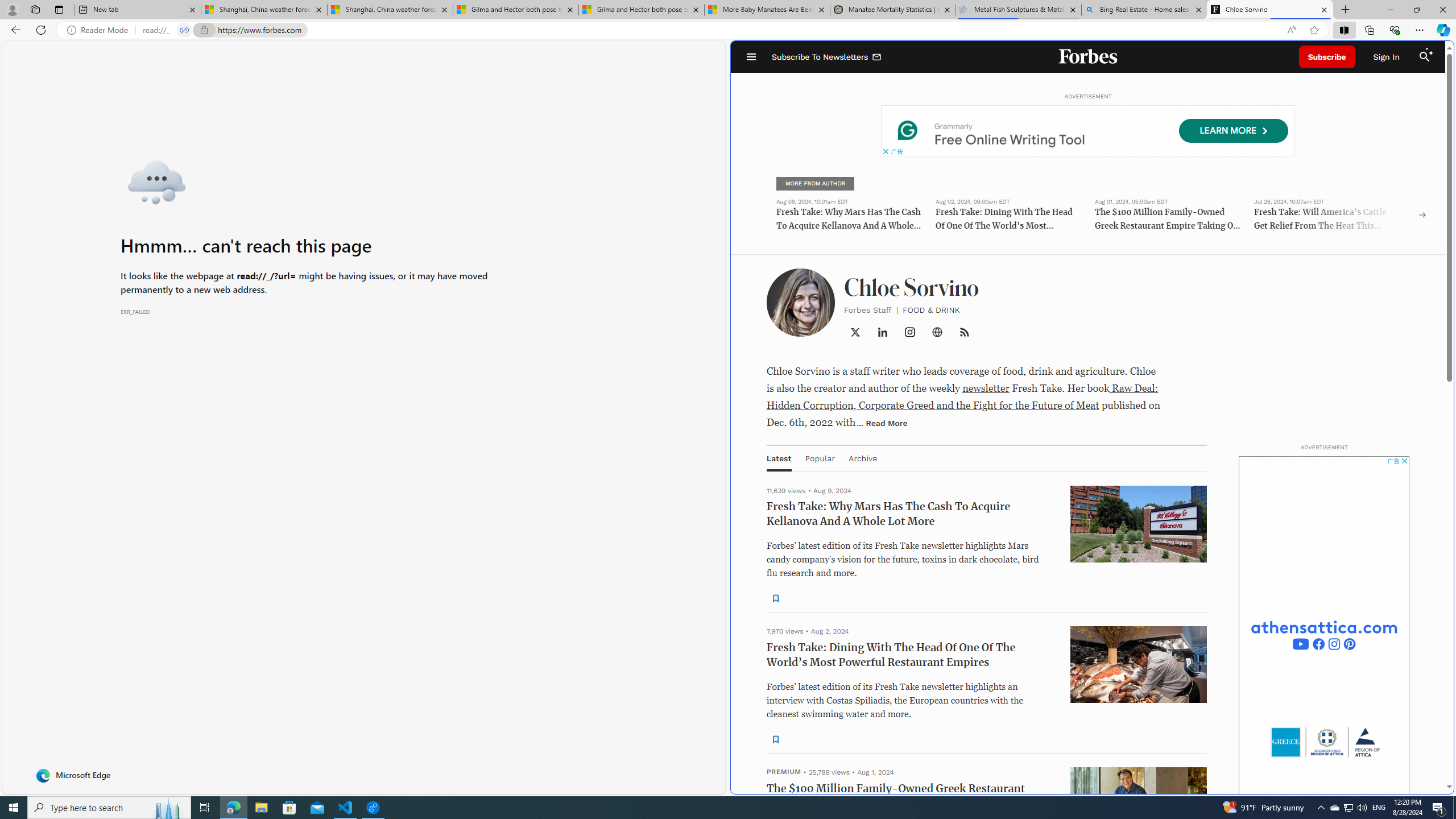  What do you see at coordinates (881, 422) in the screenshot?
I see `'... Read More'` at bounding box center [881, 422].